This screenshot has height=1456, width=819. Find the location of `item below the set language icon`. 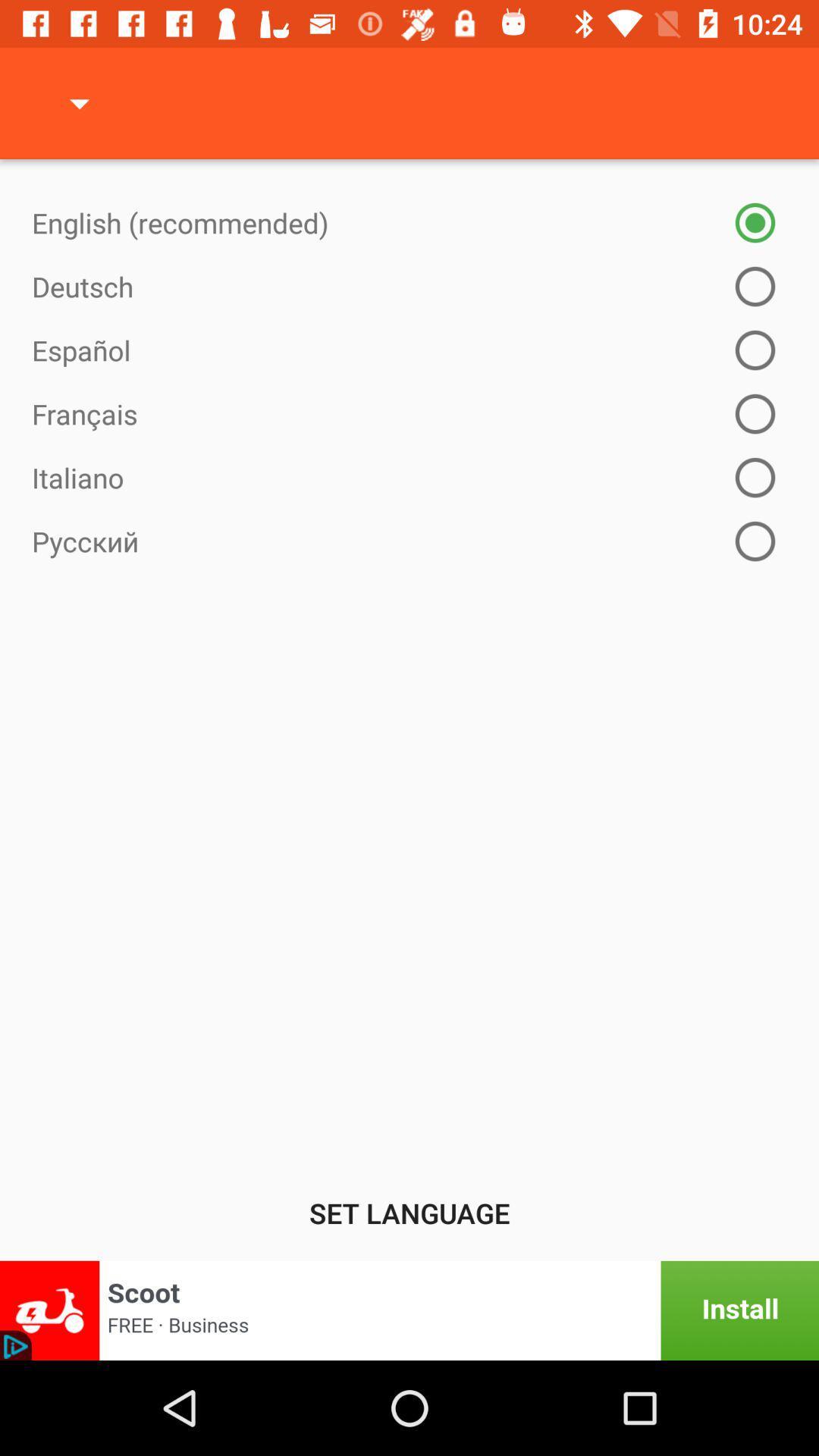

item below the set language icon is located at coordinates (409, 1310).